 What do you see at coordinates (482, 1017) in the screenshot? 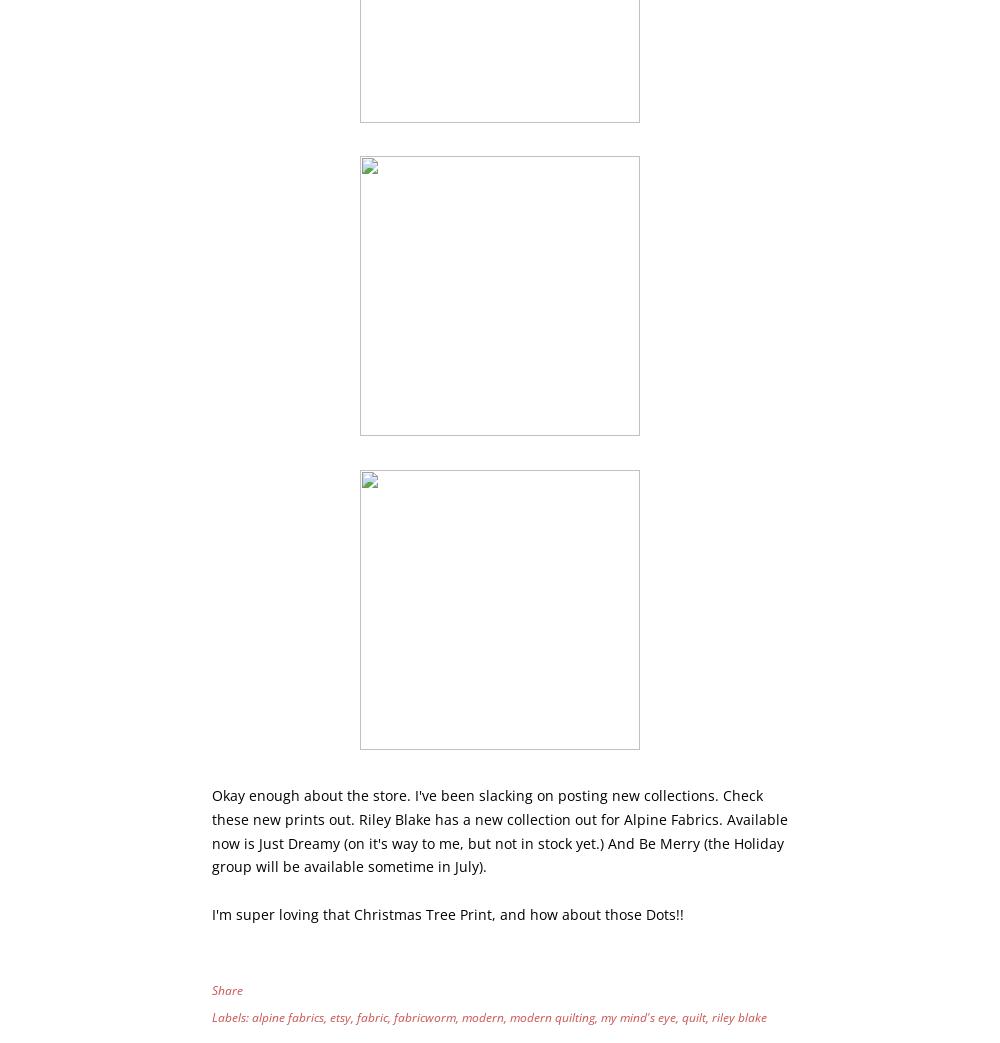
I see `'modern'` at bounding box center [482, 1017].